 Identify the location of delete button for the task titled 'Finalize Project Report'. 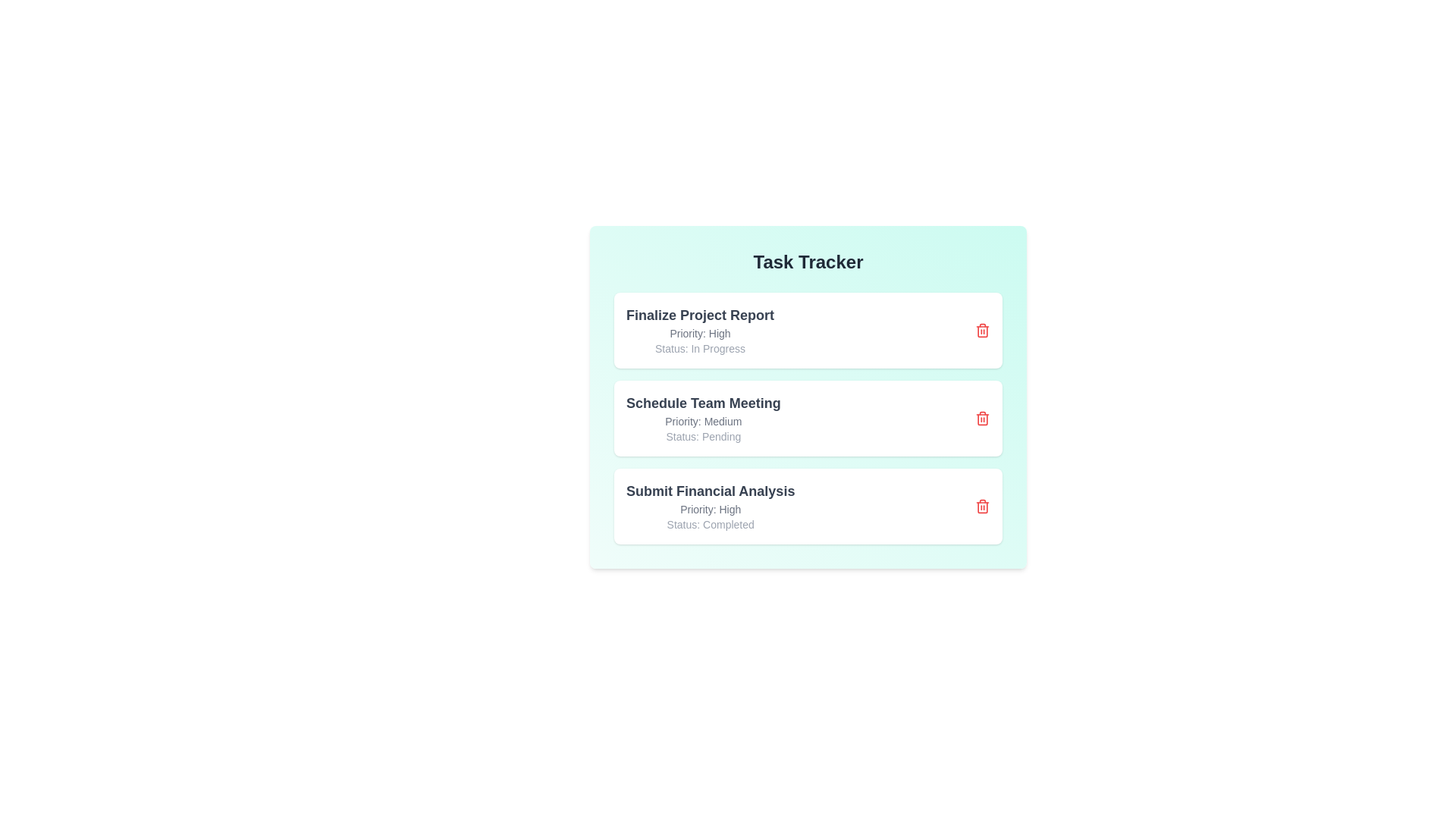
(983, 329).